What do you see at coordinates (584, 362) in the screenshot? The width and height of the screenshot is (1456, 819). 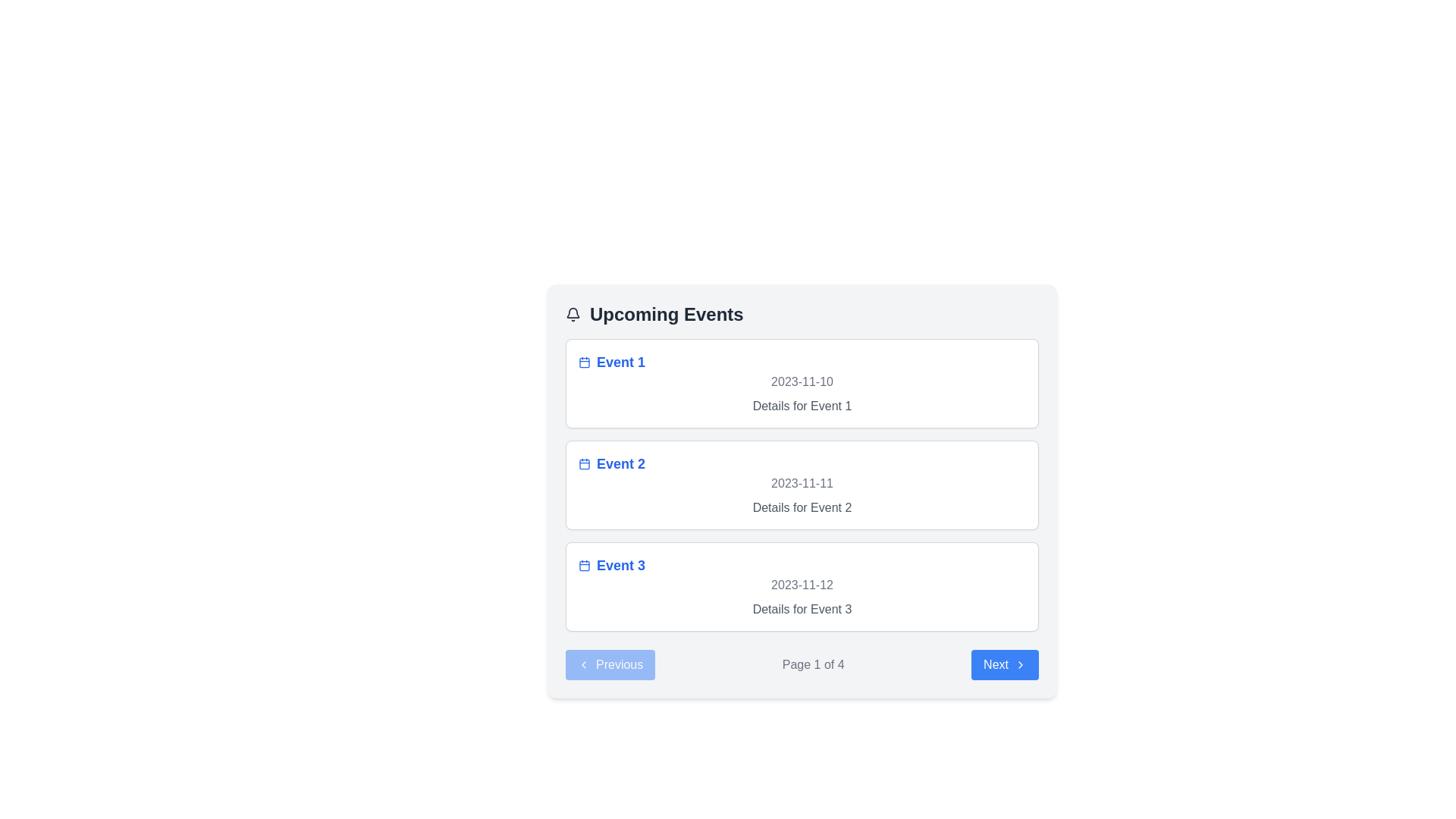 I see `the calendar icon located to the left of the text 'Event 1' in the 'Upcoming Events' list` at bounding box center [584, 362].